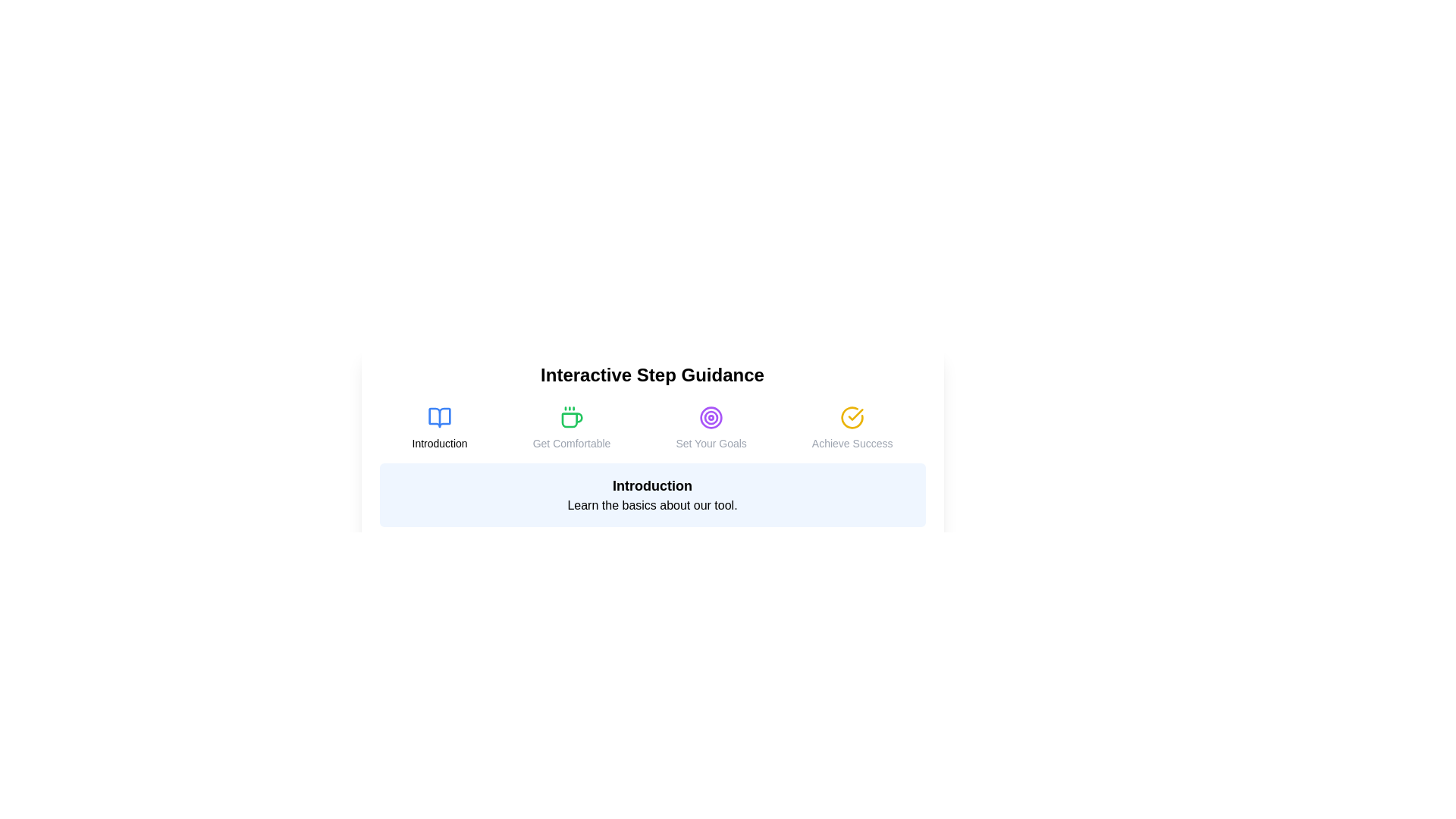 Image resolution: width=1456 pixels, height=819 pixels. I want to click on the 'Get Comfortable' text label, which is styled in gray color and positioned beneath a green coffee cup icon in the step guidance section, so click(570, 444).